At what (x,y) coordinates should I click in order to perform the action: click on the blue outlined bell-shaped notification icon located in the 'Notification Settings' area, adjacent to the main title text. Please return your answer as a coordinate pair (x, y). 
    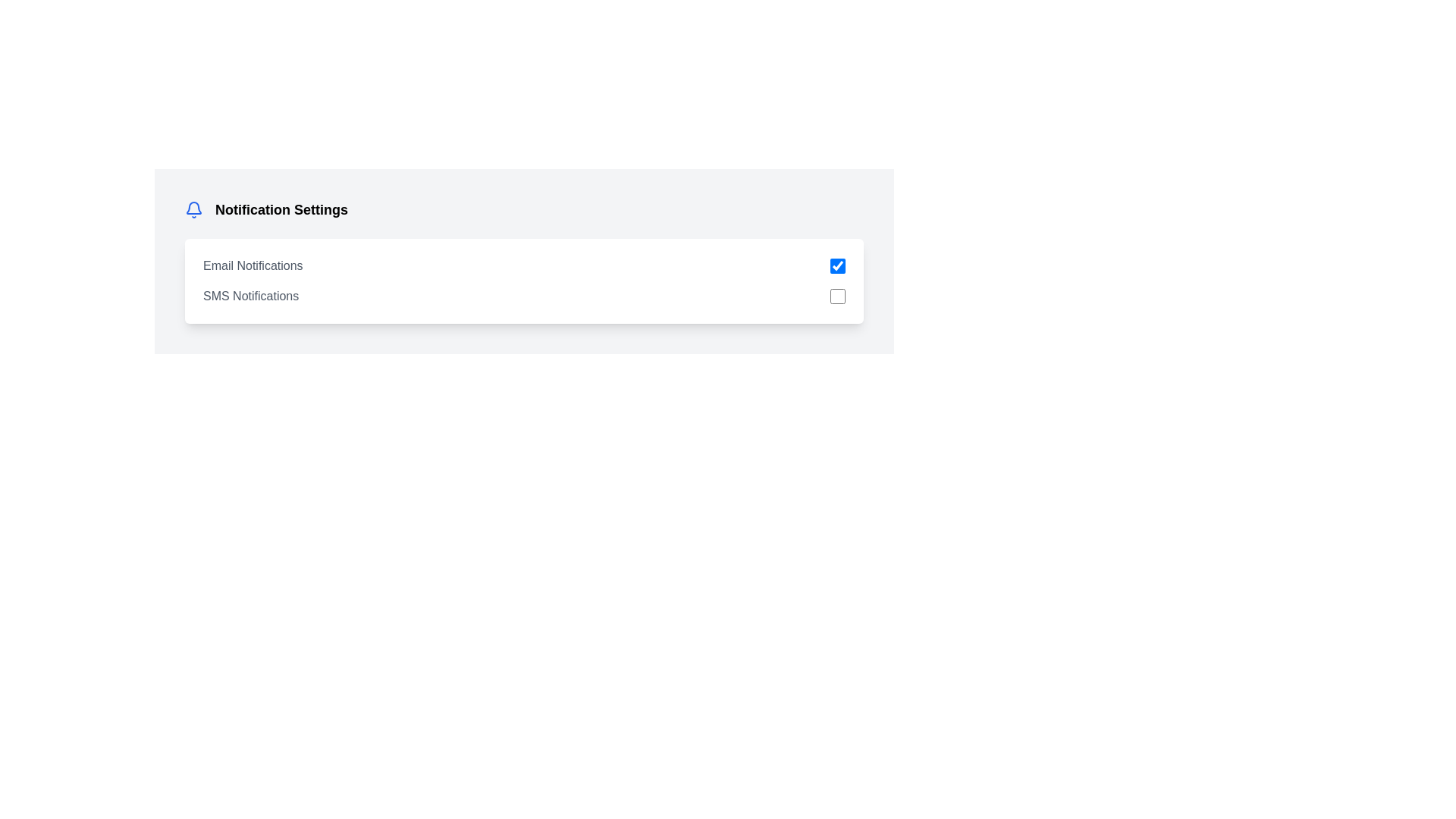
    Looking at the image, I should click on (193, 208).